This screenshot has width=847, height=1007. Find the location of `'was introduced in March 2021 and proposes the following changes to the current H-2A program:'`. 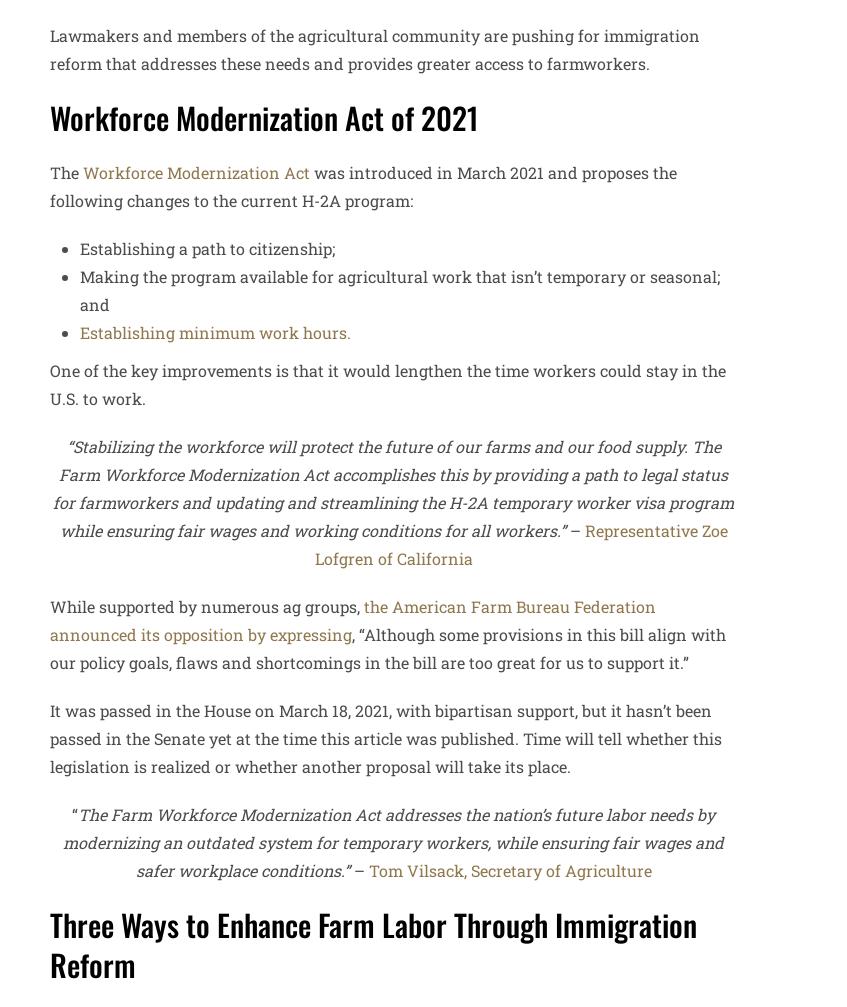

'was introduced in March 2021 and proposes the following changes to the current H-2A program:' is located at coordinates (48, 185).